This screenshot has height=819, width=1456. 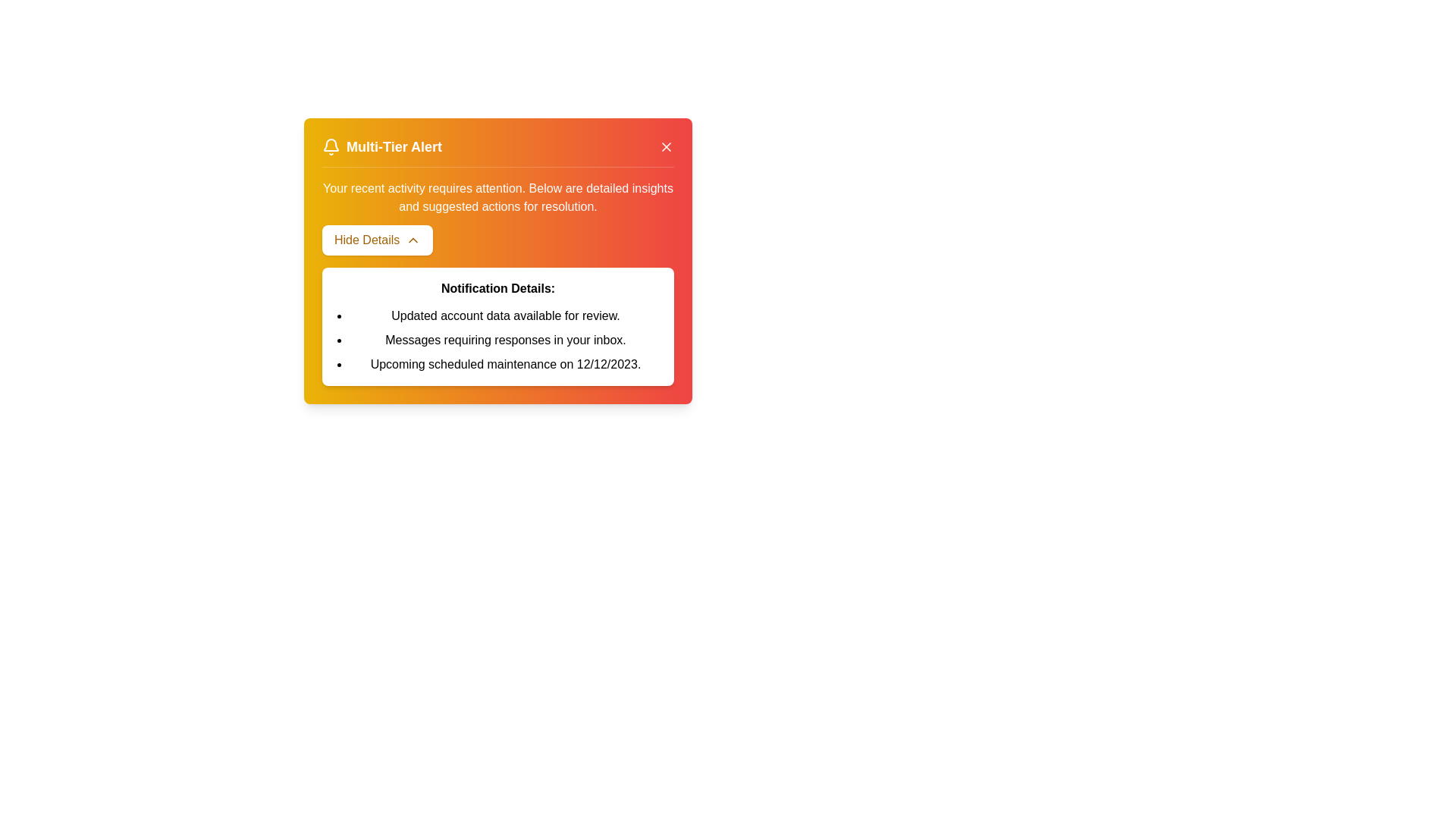 I want to click on 'Hide Details' button to toggle the visibility of the detailed notification information, so click(x=378, y=239).